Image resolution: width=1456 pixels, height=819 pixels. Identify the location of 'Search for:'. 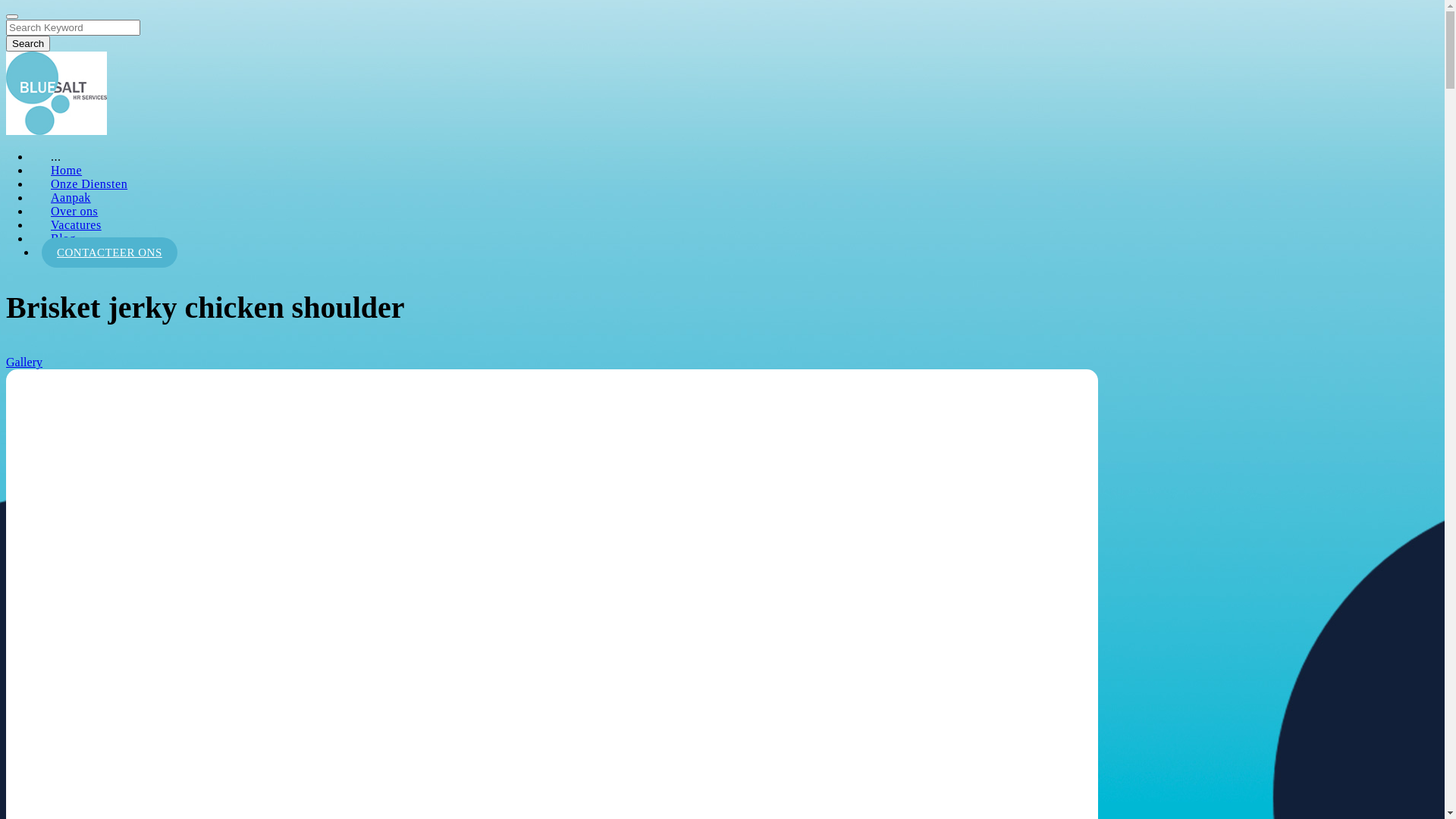
(72, 27).